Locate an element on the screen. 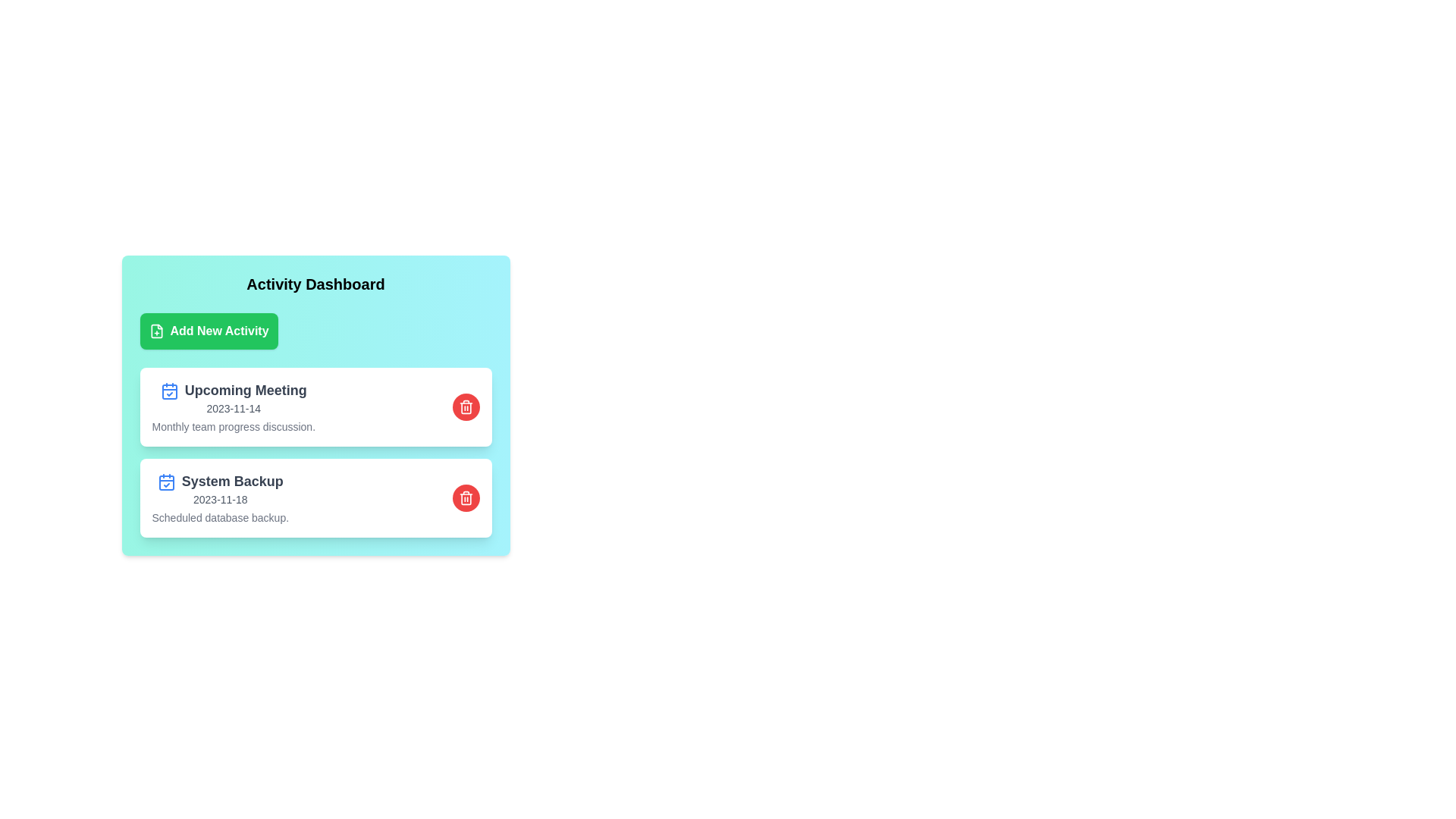 Image resolution: width=1456 pixels, height=819 pixels. the 'Add New Activity' button is located at coordinates (208, 330).